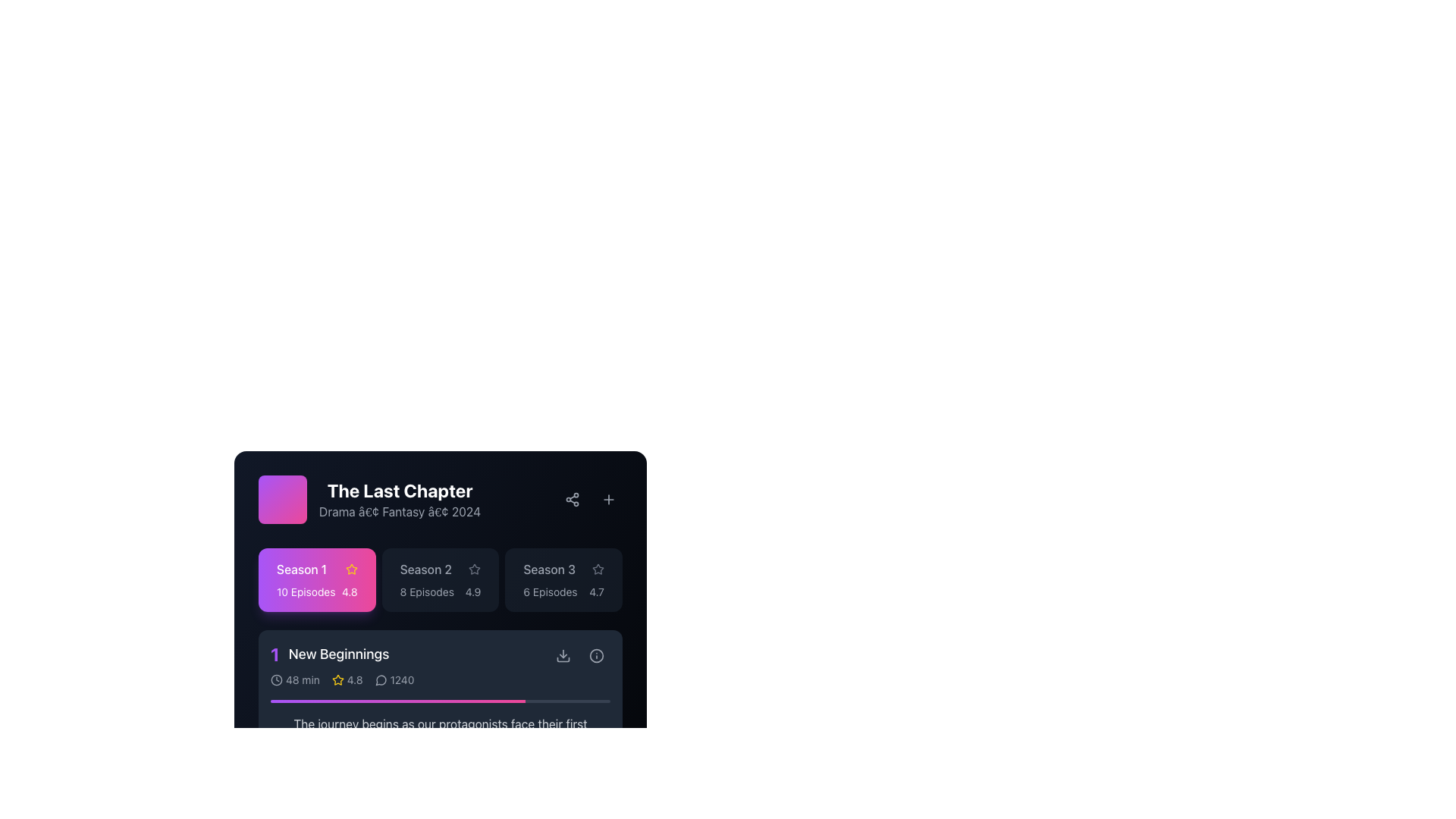  I want to click on the circular button with a '+' icon located at the top right corner of the card-like interface, so click(608, 500).